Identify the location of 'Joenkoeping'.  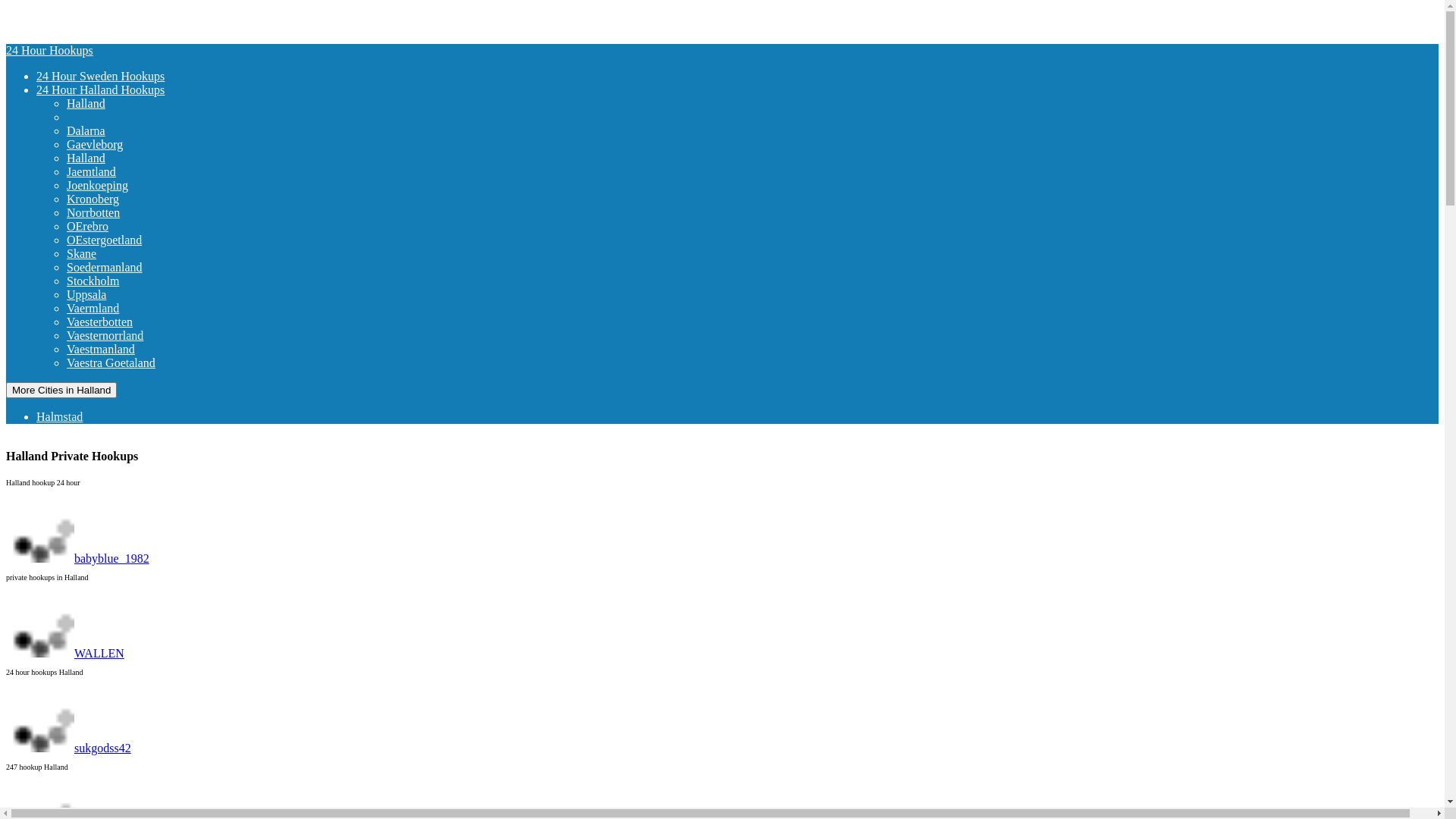
(124, 184).